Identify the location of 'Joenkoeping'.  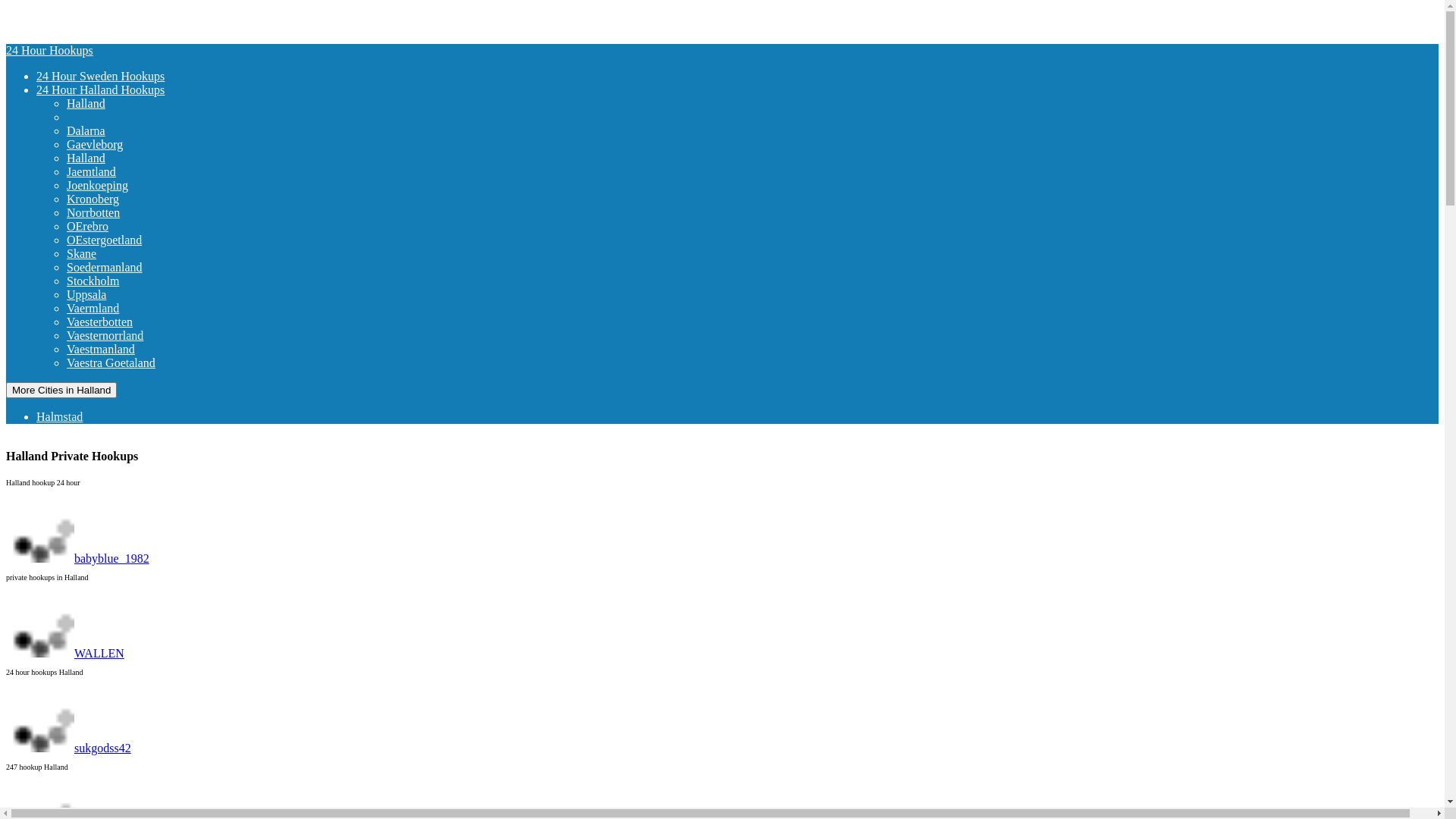
(124, 184).